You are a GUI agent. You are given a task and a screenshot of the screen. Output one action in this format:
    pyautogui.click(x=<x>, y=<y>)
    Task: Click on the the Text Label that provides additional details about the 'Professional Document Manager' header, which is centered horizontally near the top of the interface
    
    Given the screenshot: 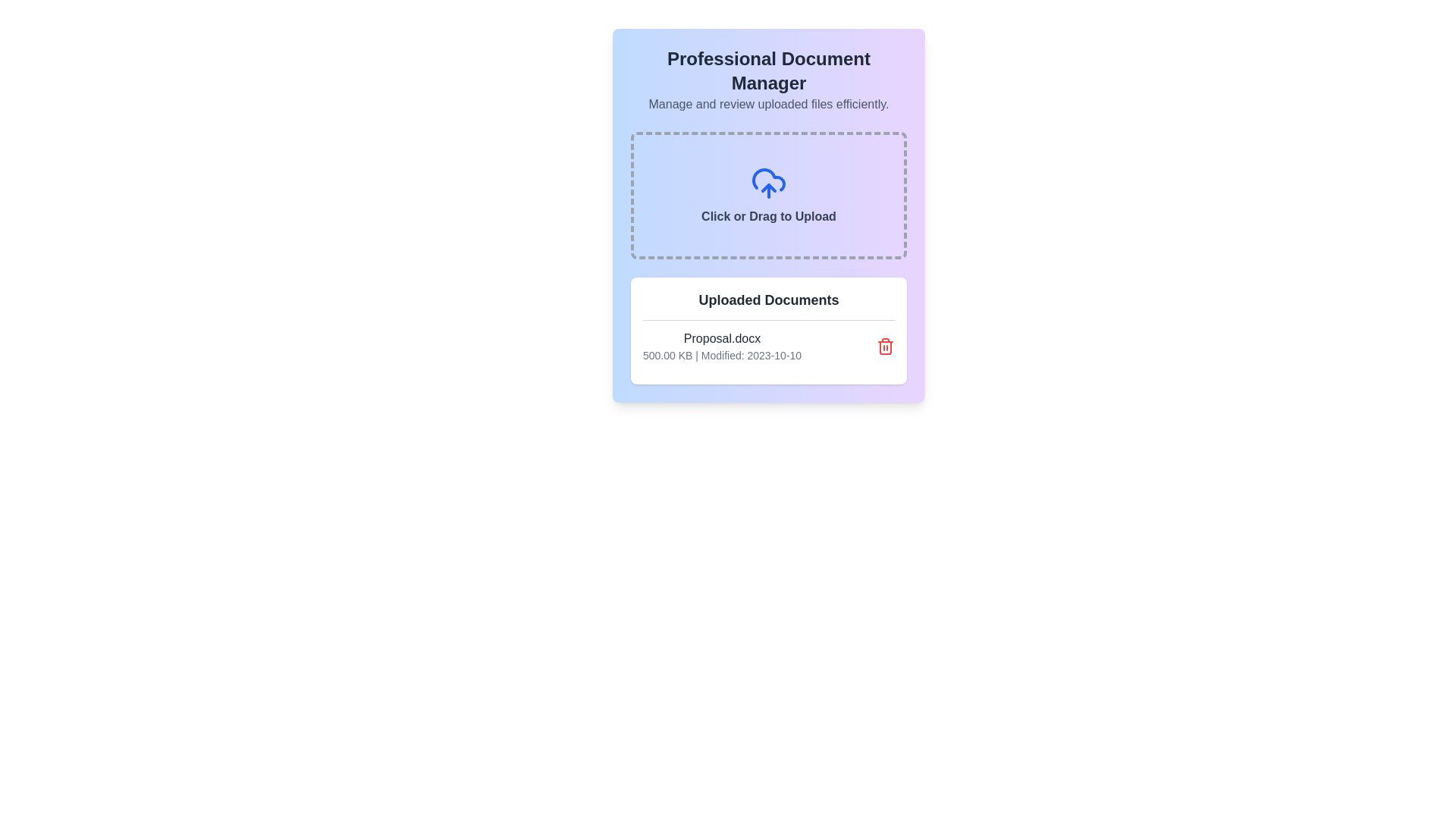 What is the action you would take?
    pyautogui.click(x=768, y=104)
    